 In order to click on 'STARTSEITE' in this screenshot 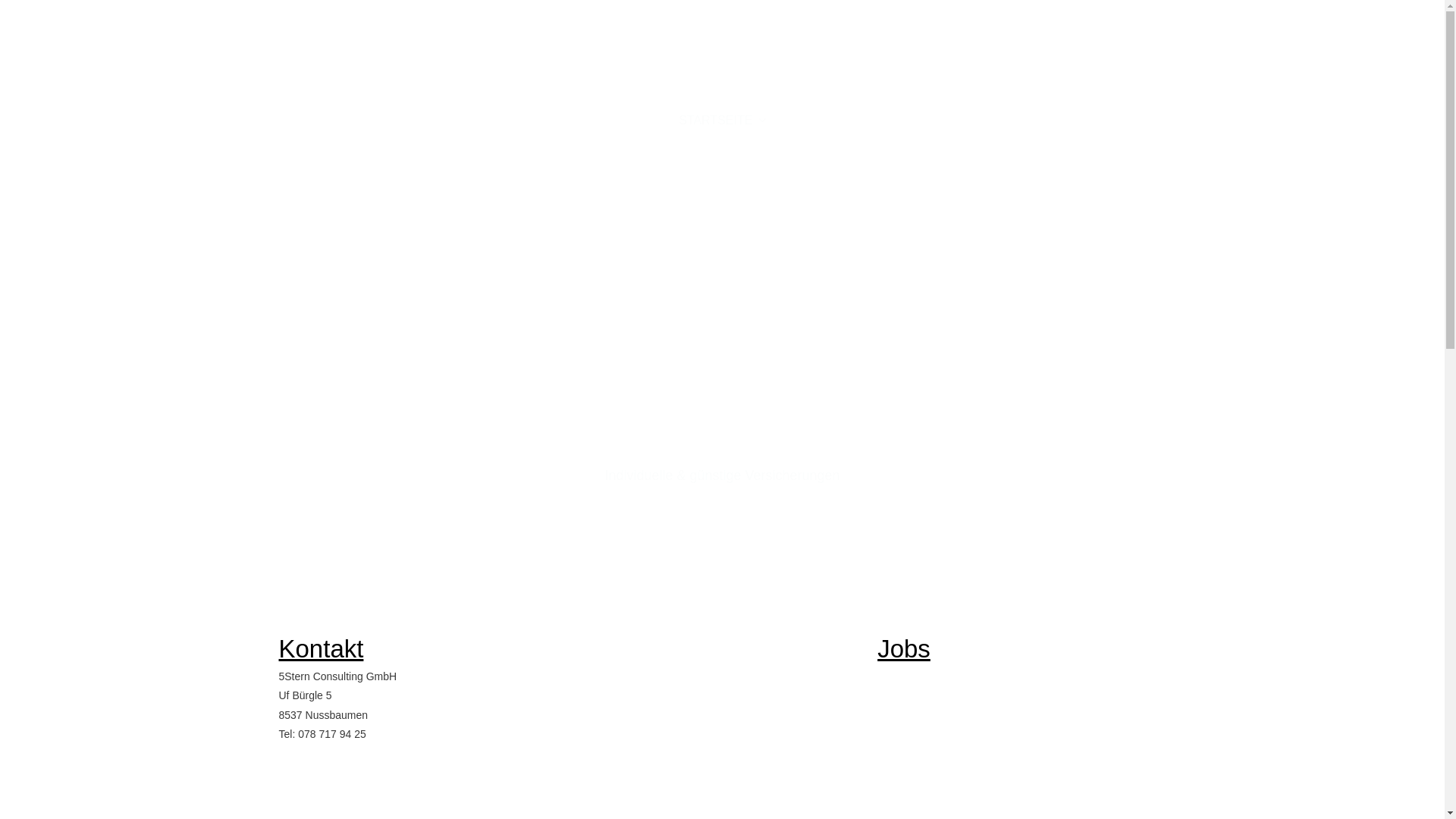, I will do `click(721, 119)`.